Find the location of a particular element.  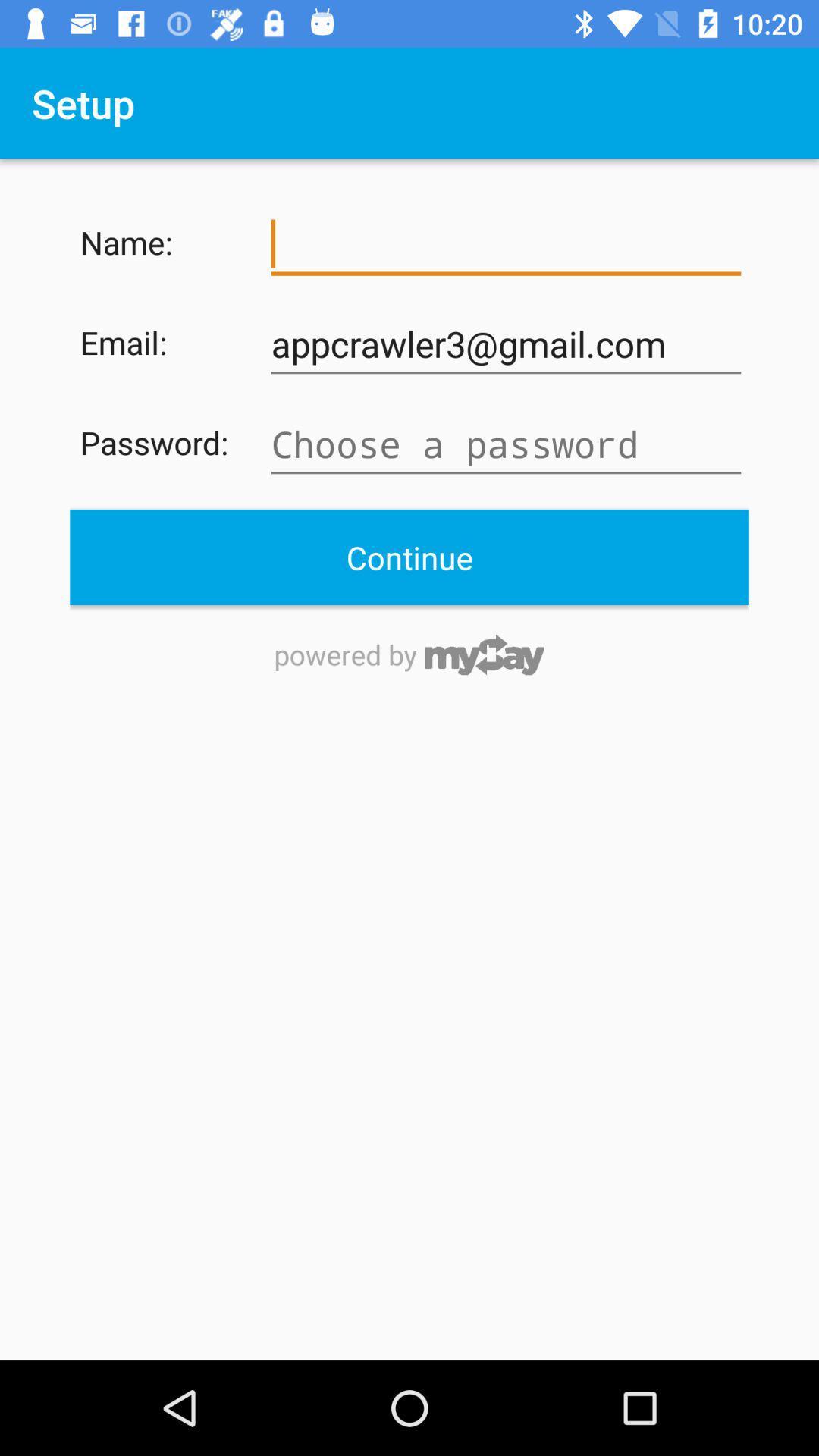

insert password is located at coordinates (506, 444).